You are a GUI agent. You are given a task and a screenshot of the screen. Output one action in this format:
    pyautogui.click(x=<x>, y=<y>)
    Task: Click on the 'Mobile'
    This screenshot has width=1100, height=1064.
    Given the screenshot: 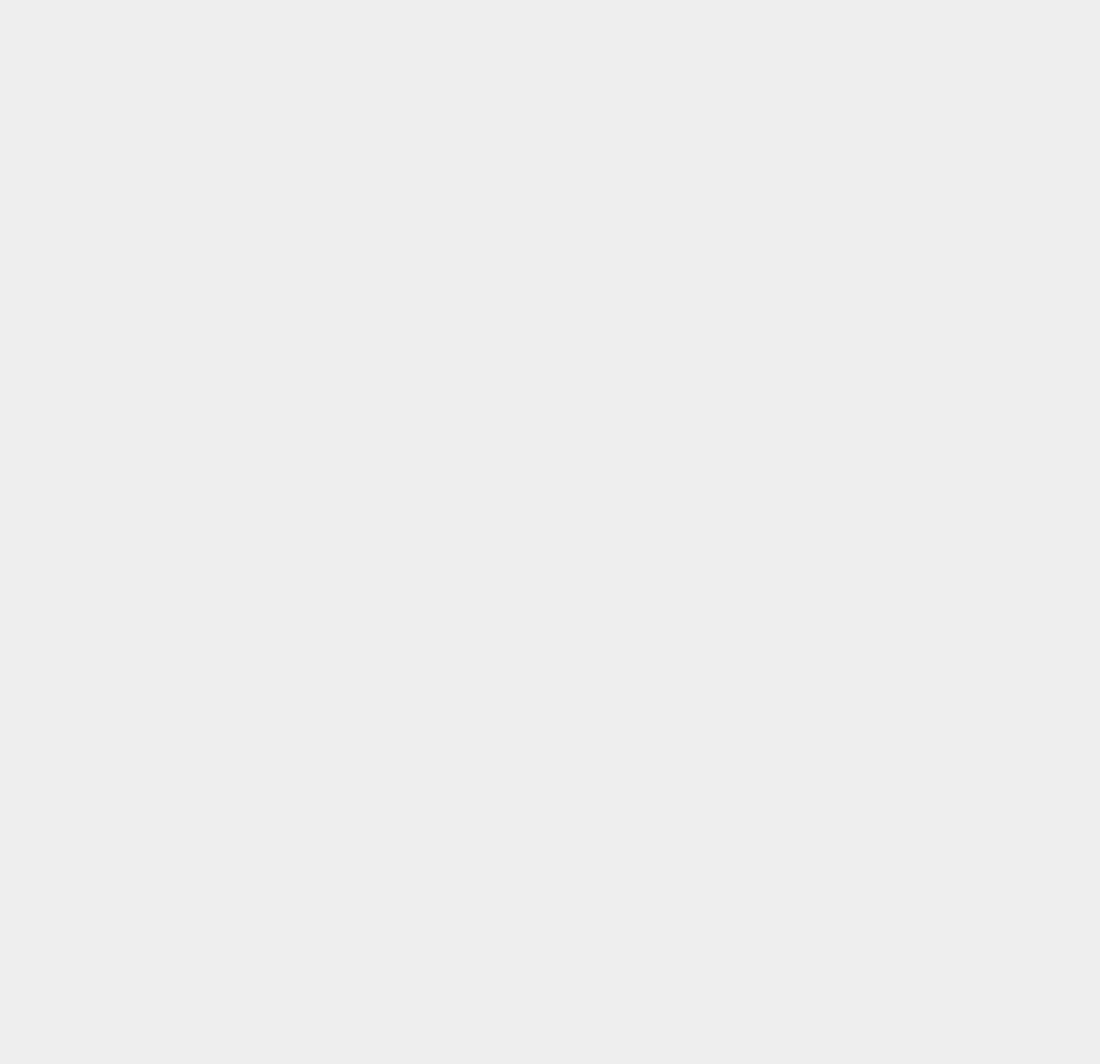 What is the action you would take?
    pyautogui.click(x=778, y=432)
    